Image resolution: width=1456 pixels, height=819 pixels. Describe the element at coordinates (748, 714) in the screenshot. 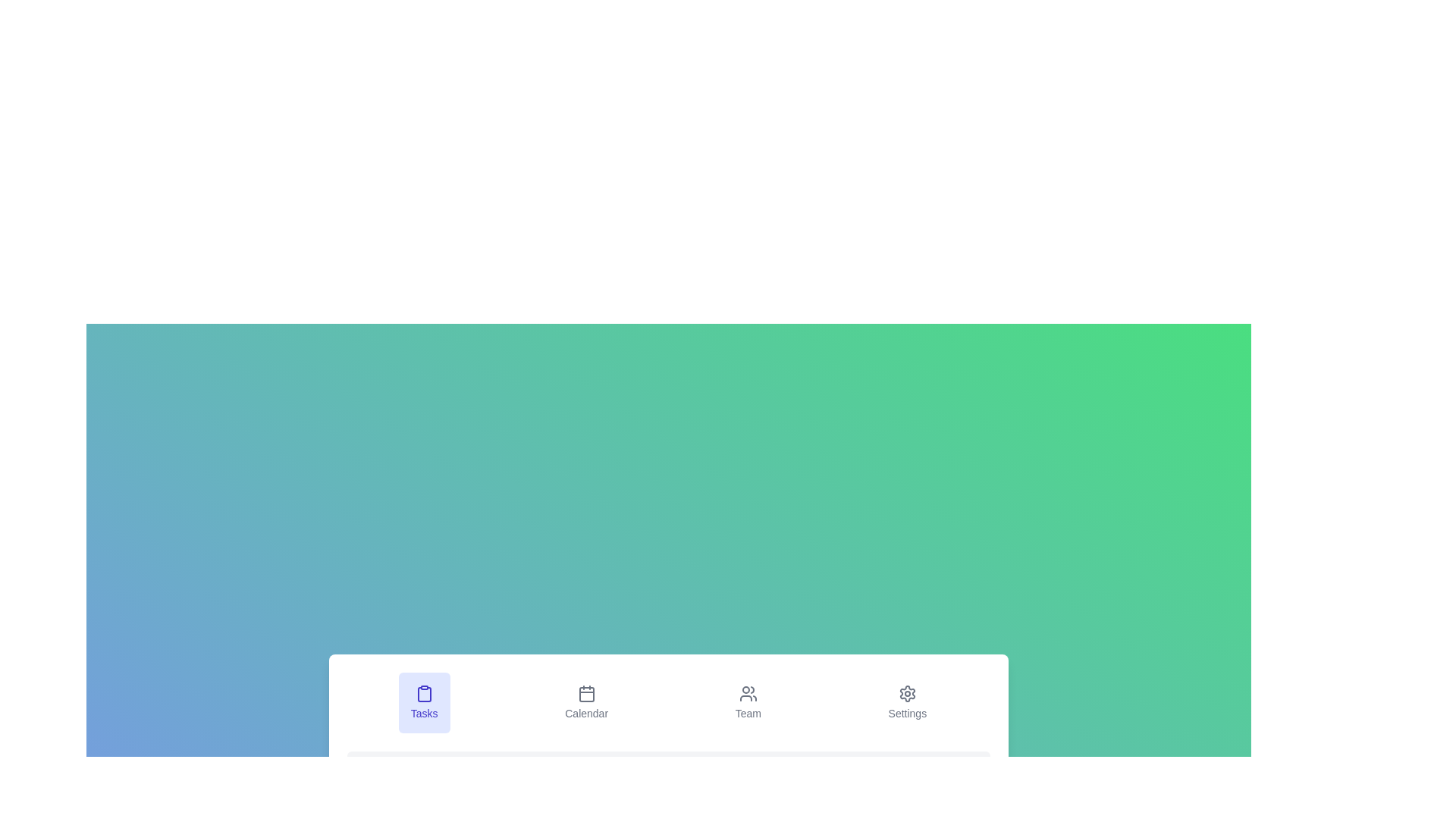

I see `the 'Team' static text label, which serves as a navigation option in the bottom horizontal navigation bar` at that location.